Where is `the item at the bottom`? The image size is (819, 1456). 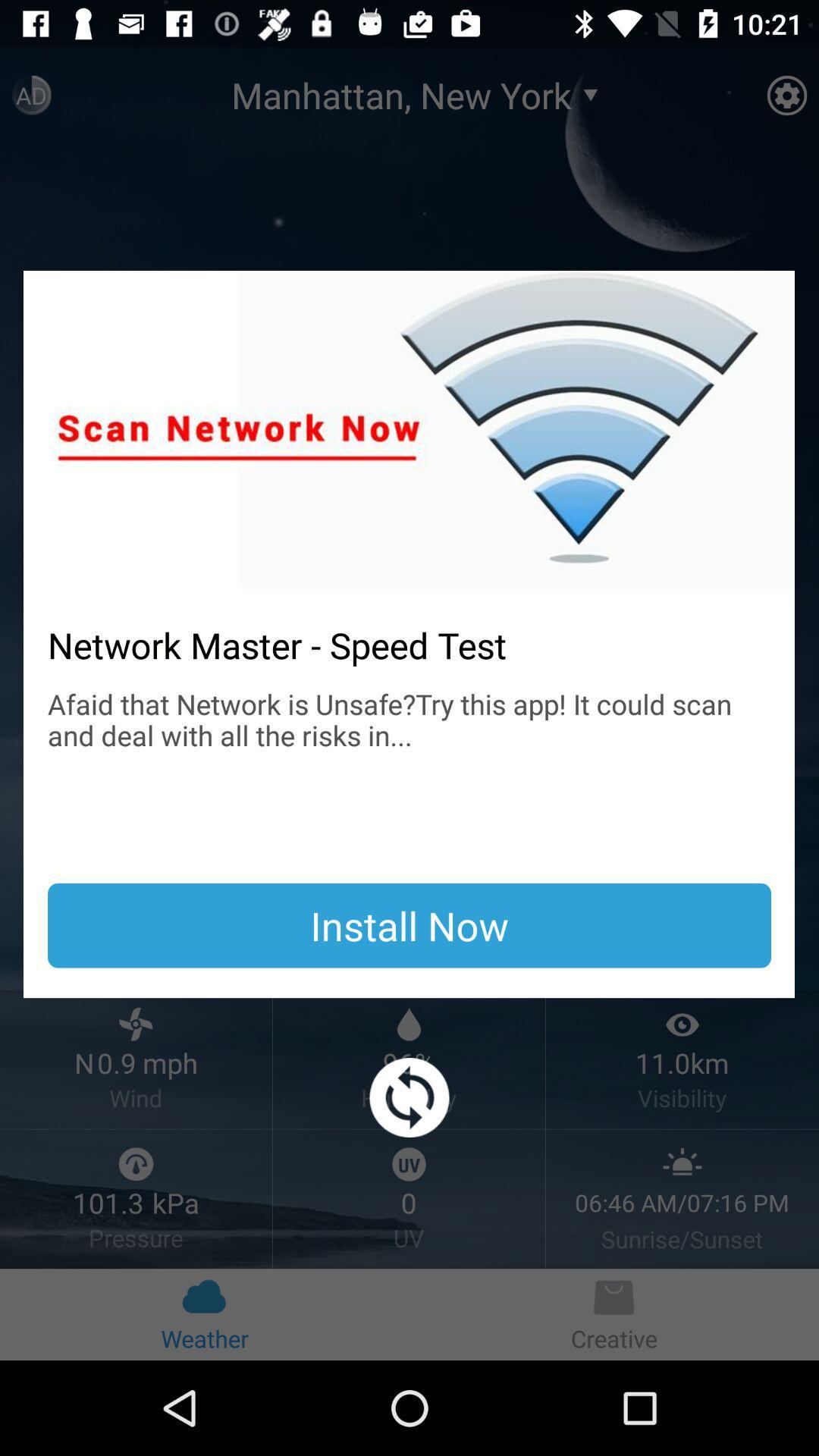
the item at the bottom is located at coordinates (409, 1097).